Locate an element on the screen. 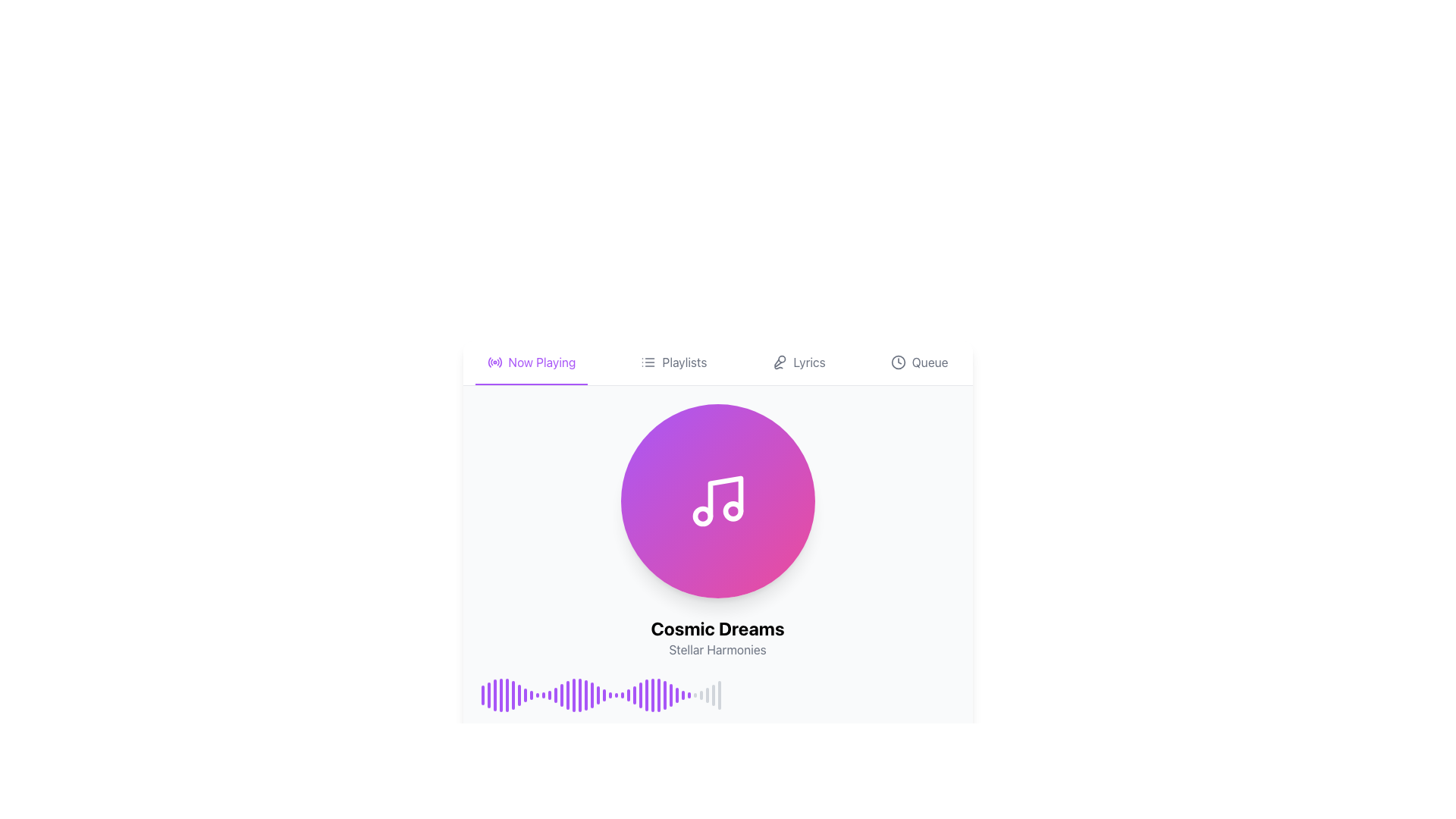  the clock icon in the top right section of the interface, which symbolizes the 'Queue' feature and is located immediately to the left of the text 'Queue' is located at coordinates (898, 362).